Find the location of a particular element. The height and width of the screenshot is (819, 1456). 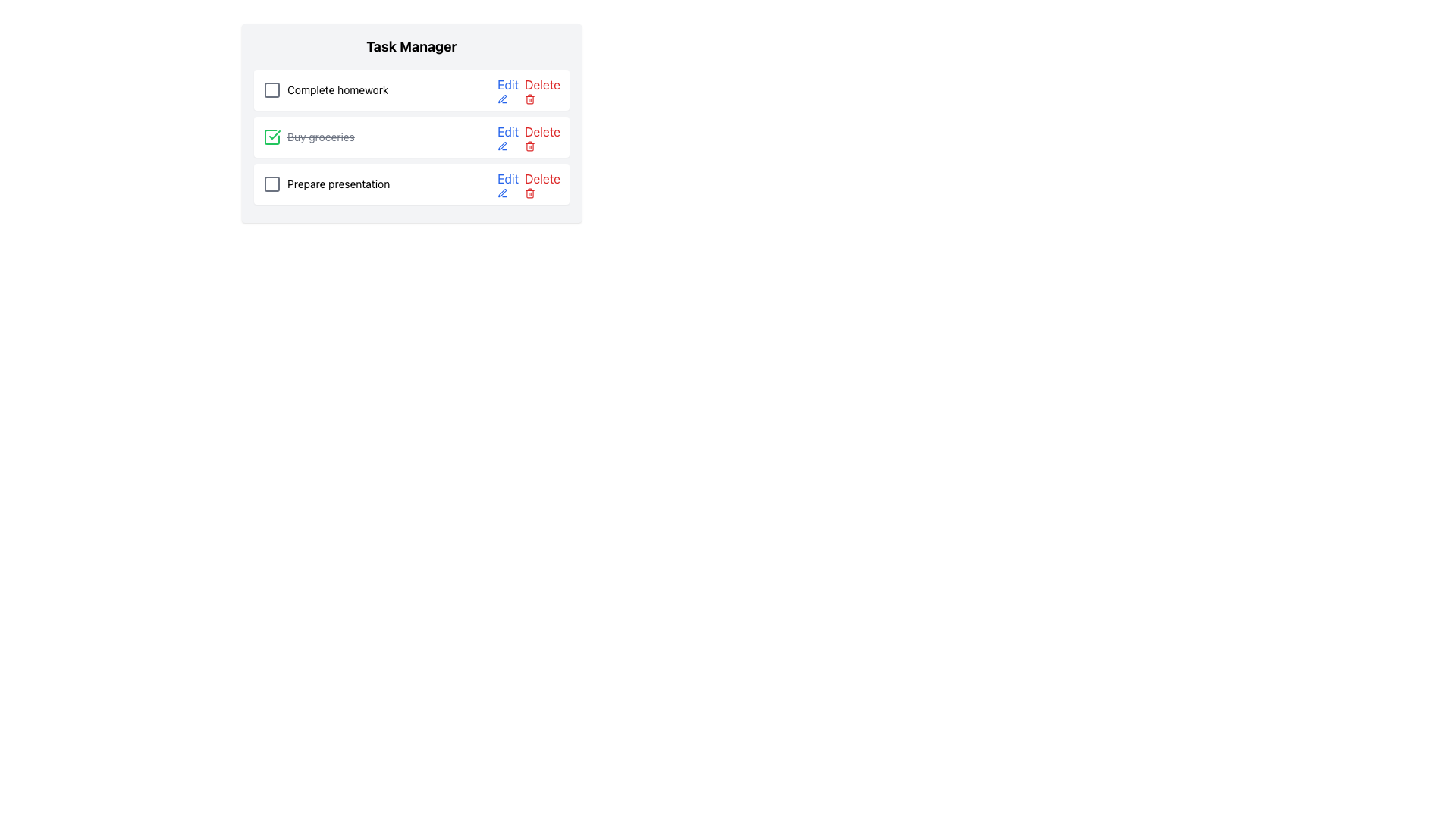

the SVG graphical icon representing a checkbox placeholder is located at coordinates (272, 90).